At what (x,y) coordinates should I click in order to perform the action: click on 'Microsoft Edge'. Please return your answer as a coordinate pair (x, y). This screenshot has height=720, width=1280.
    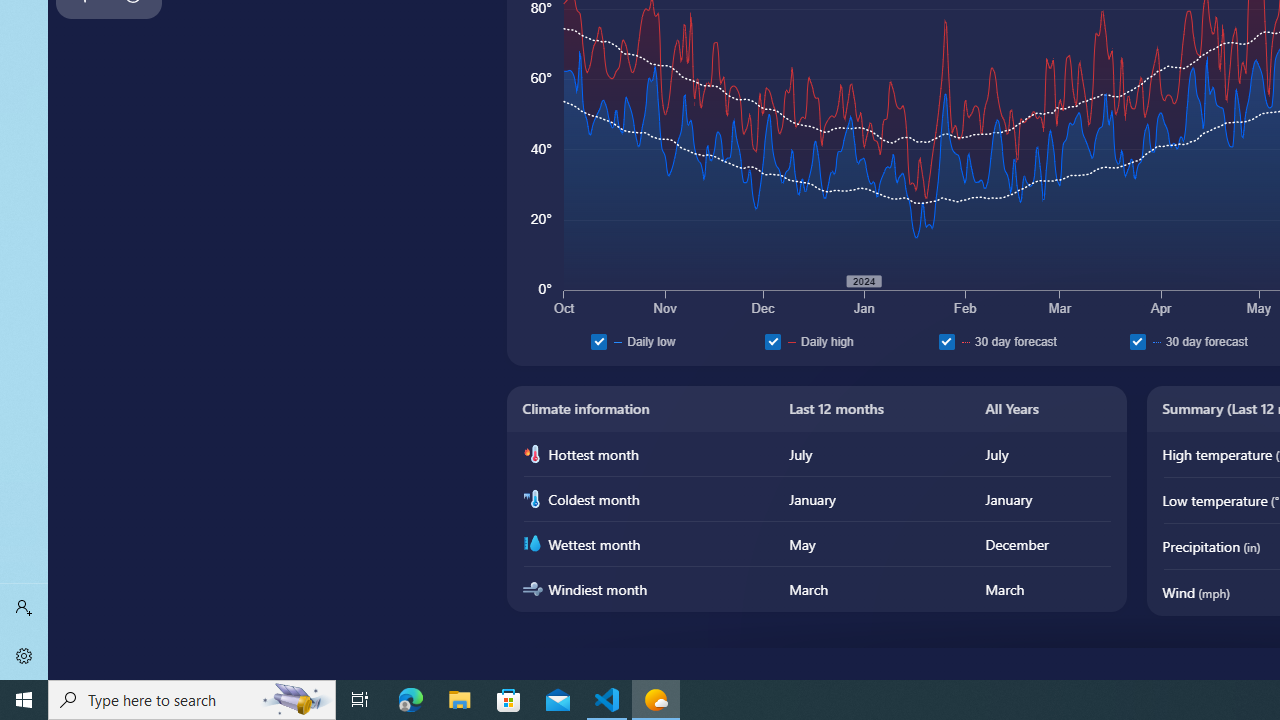
    Looking at the image, I should click on (410, 698).